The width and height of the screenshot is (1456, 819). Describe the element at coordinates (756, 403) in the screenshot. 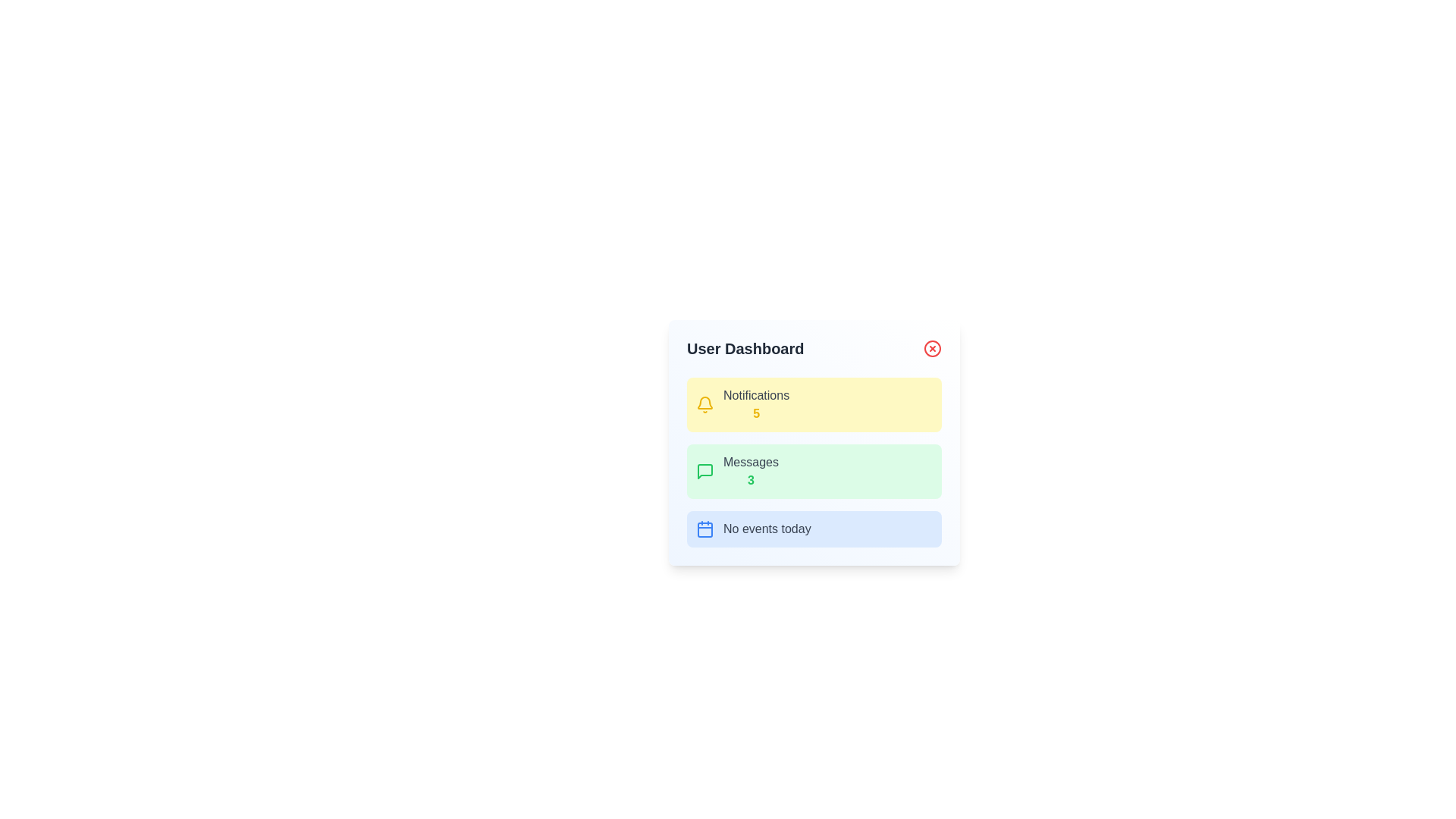

I see `text label that shows 'Notifications' in gray and the number '5' in bold yellow, located in the yellow section of the user dashboard` at that location.